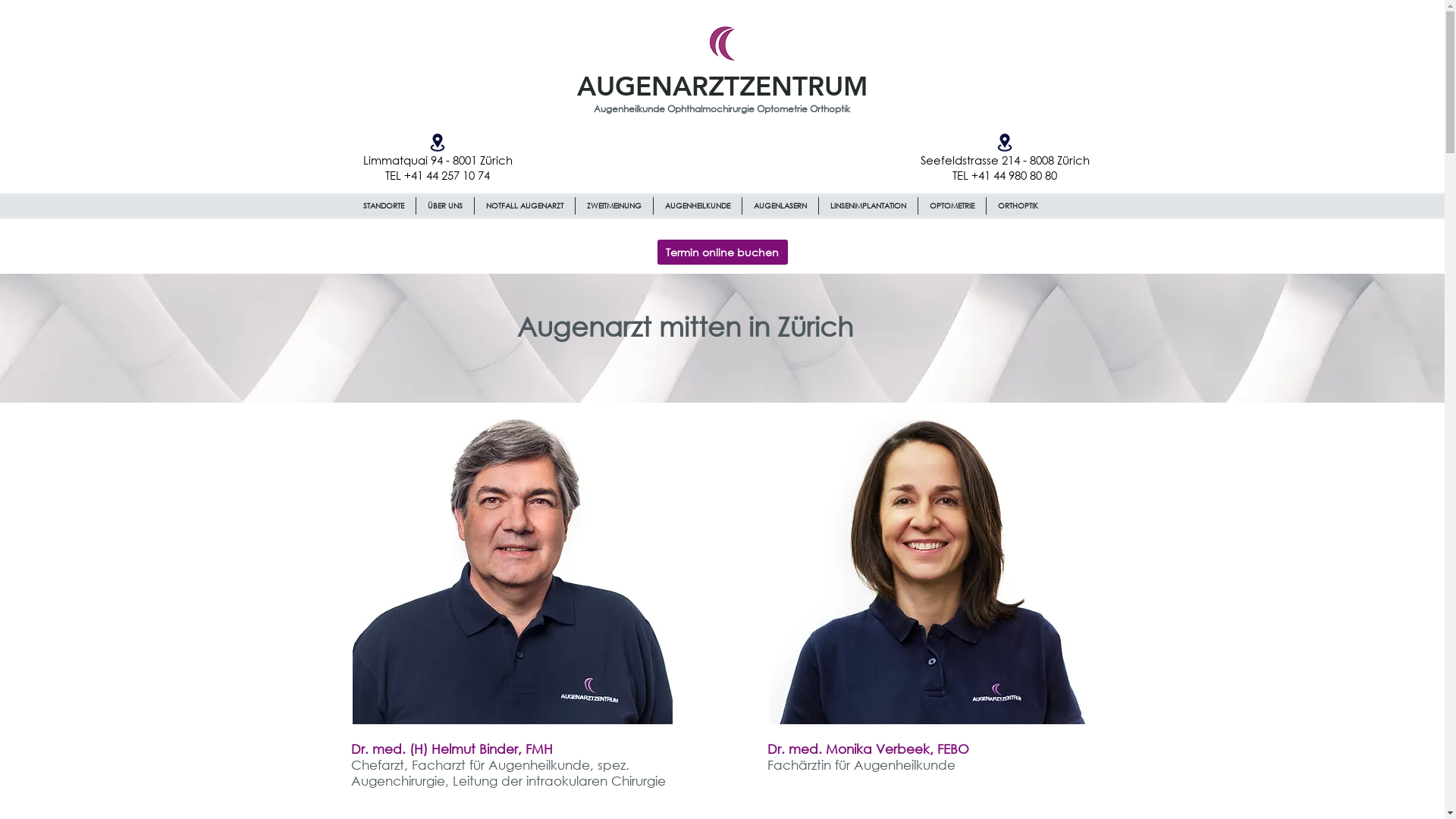 The image size is (1456, 819). Describe the element at coordinates (720, 251) in the screenshot. I see `'Termin online buchen'` at that location.